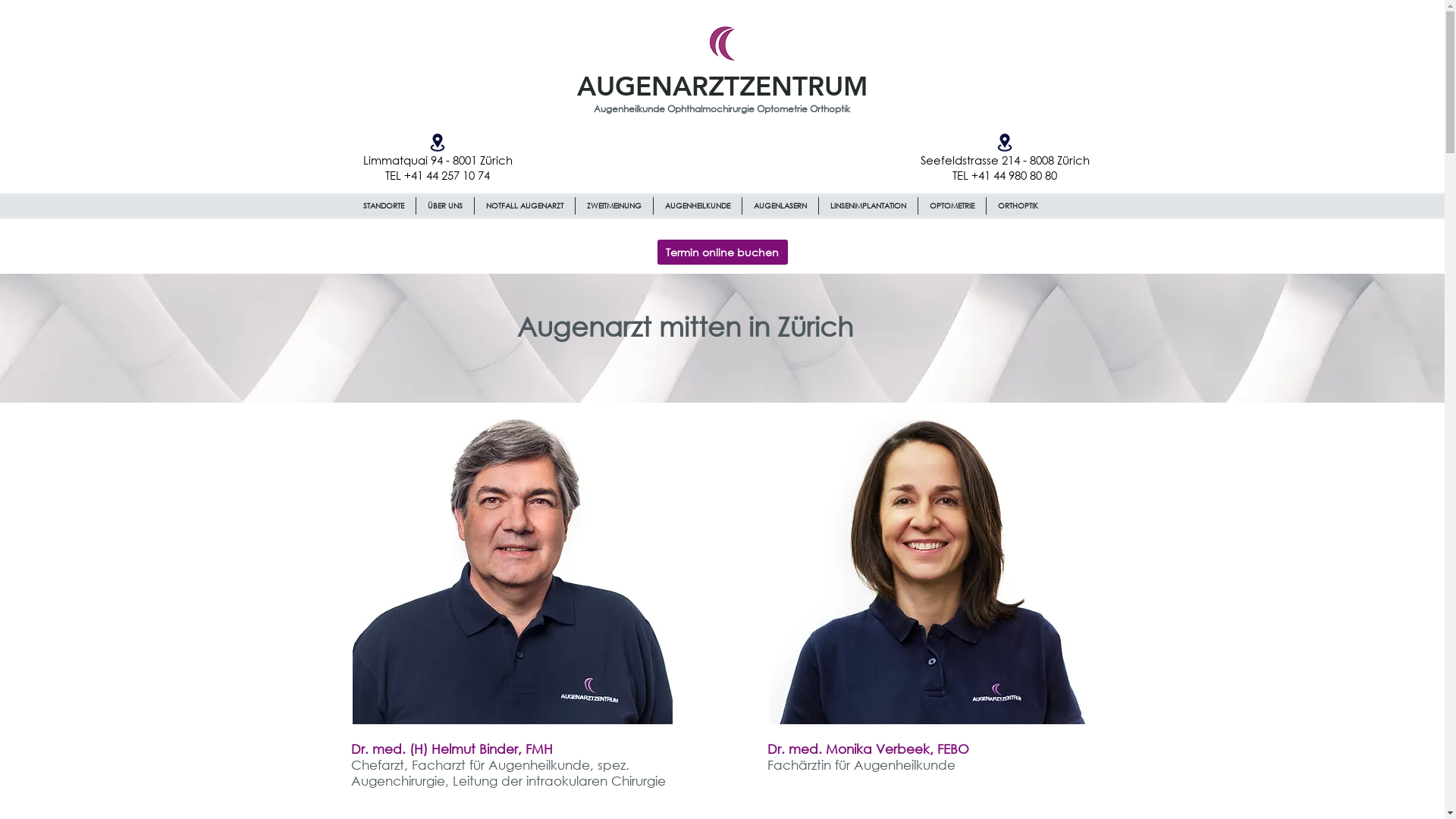 The image size is (1456, 819). Describe the element at coordinates (720, 251) in the screenshot. I see `'Termin online buchen'` at that location.